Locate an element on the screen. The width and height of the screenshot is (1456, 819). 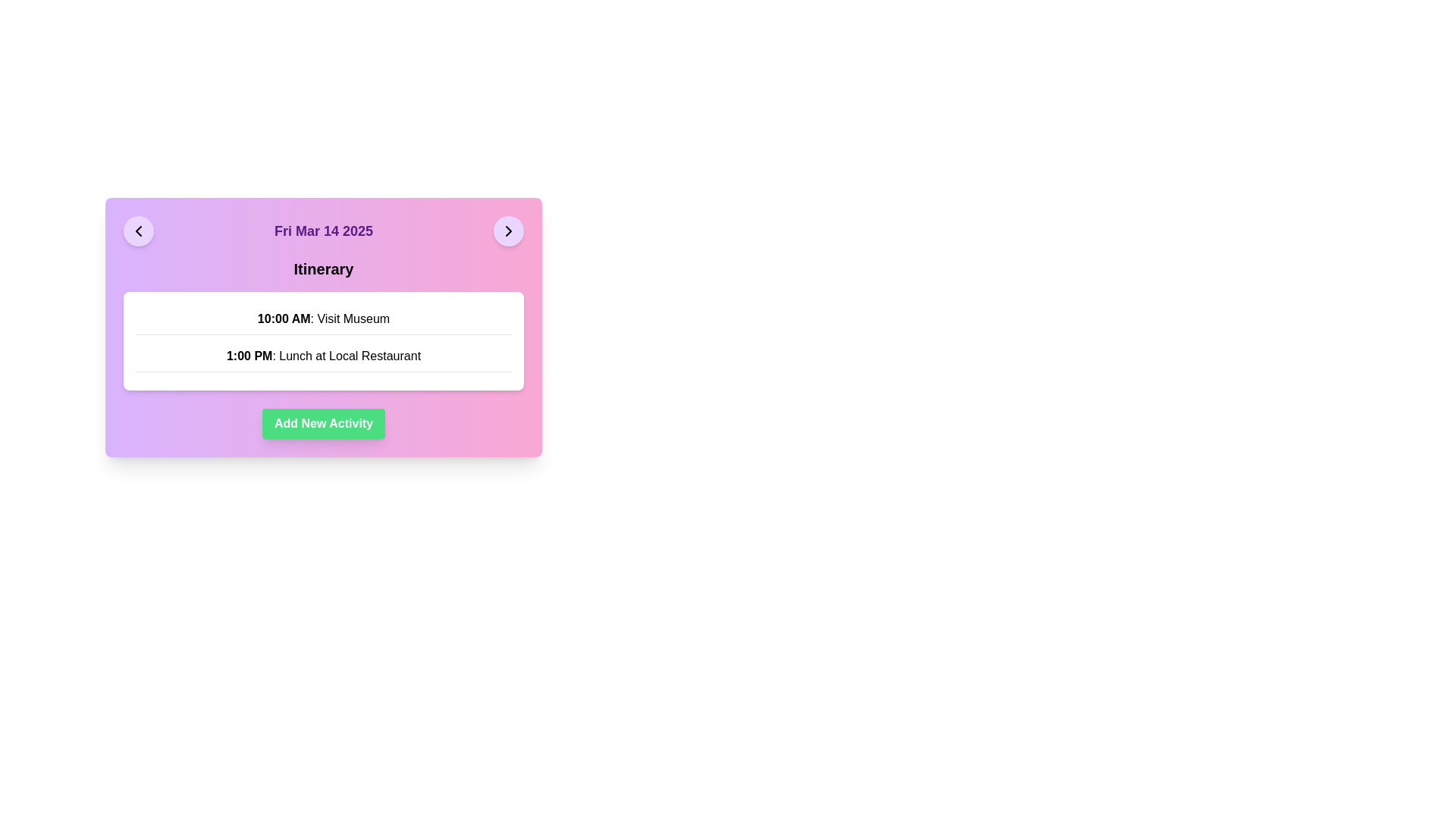
the informational text block displaying '1:00 PM: Lunch at Local Restaurant' which is the second item in the vertically stacked list within the 'Itinerary' card is located at coordinates (323, 356).